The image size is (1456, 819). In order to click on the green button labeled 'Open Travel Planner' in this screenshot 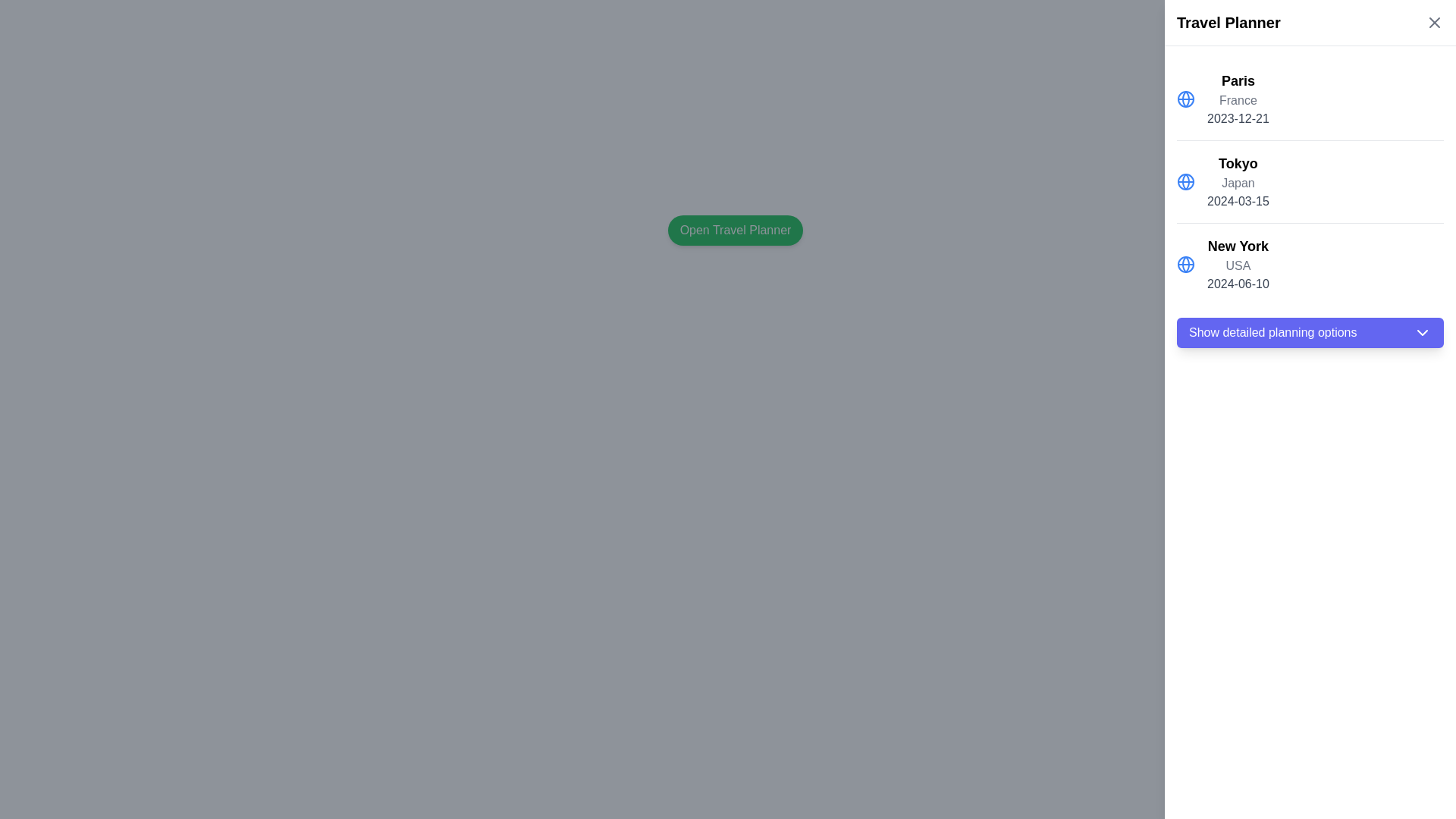, I will do `click(735, 237)`.